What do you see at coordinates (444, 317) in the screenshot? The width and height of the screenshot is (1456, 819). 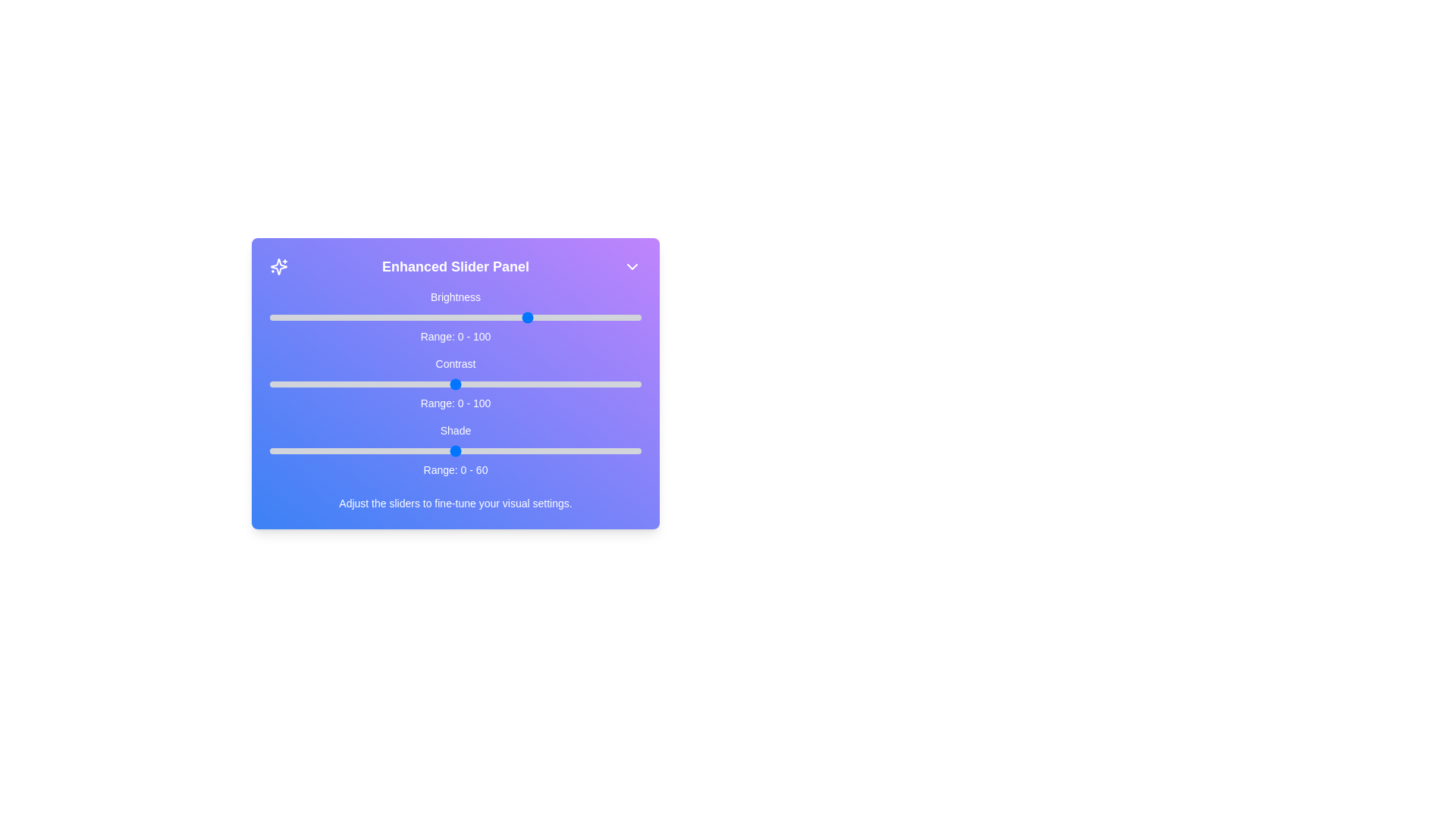 I see `the 0 slider to 47` at bounding box center [444, 317].